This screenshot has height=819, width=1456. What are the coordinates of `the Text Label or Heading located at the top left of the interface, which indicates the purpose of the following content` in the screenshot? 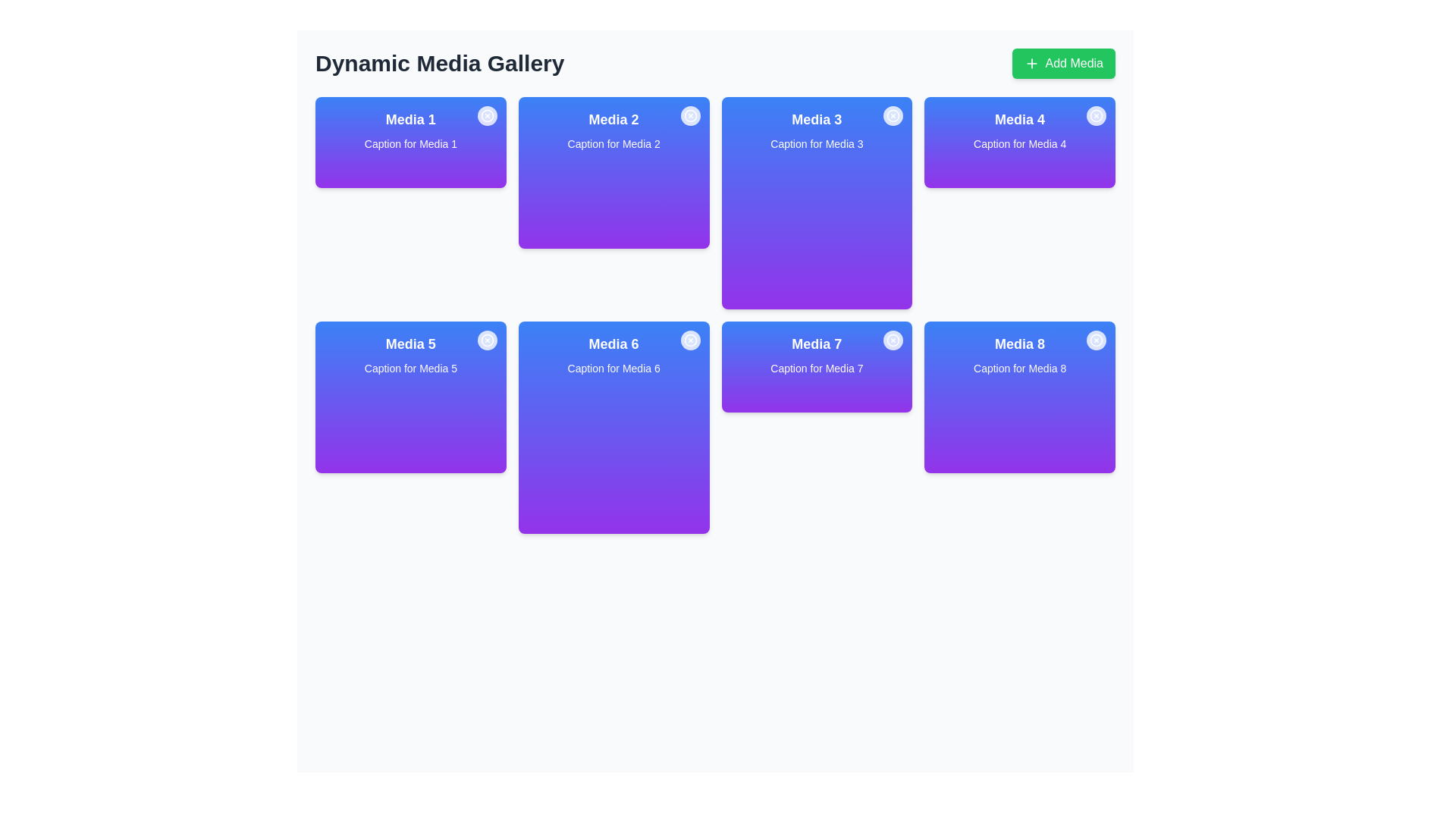 It's located at (439, 63).